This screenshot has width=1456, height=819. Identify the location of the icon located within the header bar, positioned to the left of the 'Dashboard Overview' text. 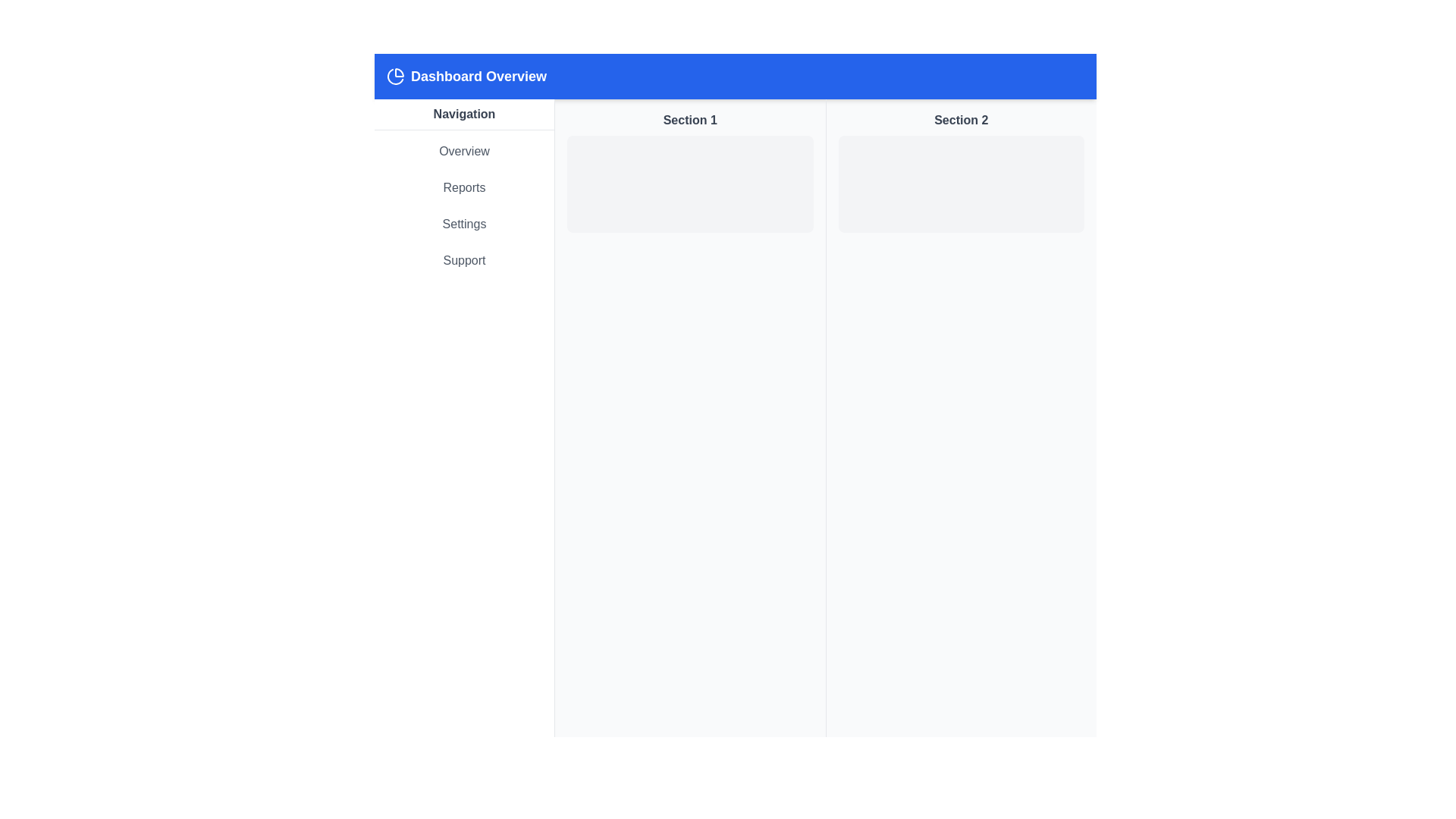
(396, 76).